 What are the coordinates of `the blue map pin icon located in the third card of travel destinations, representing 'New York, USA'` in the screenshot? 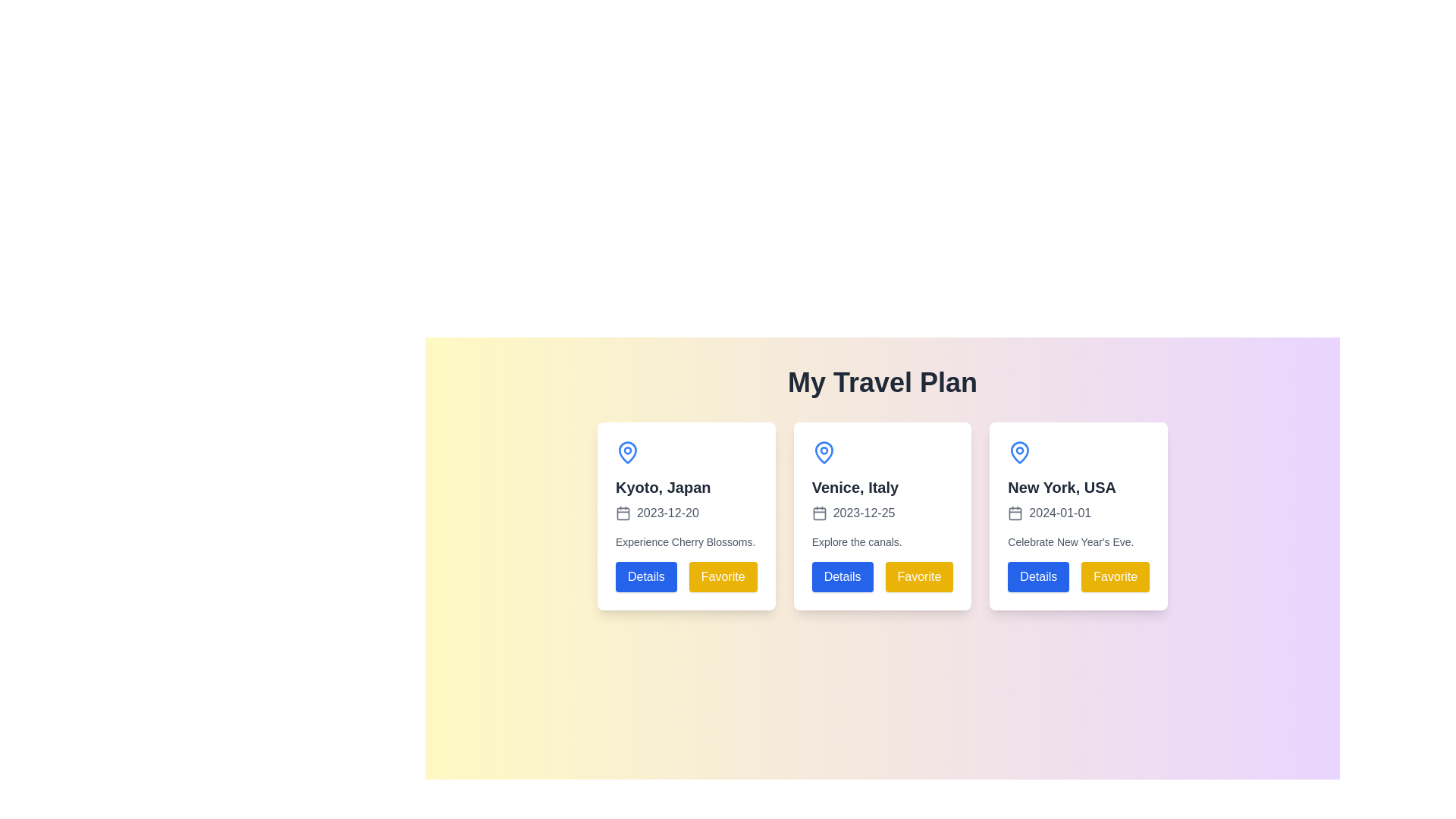 It's located at (1020, 452).